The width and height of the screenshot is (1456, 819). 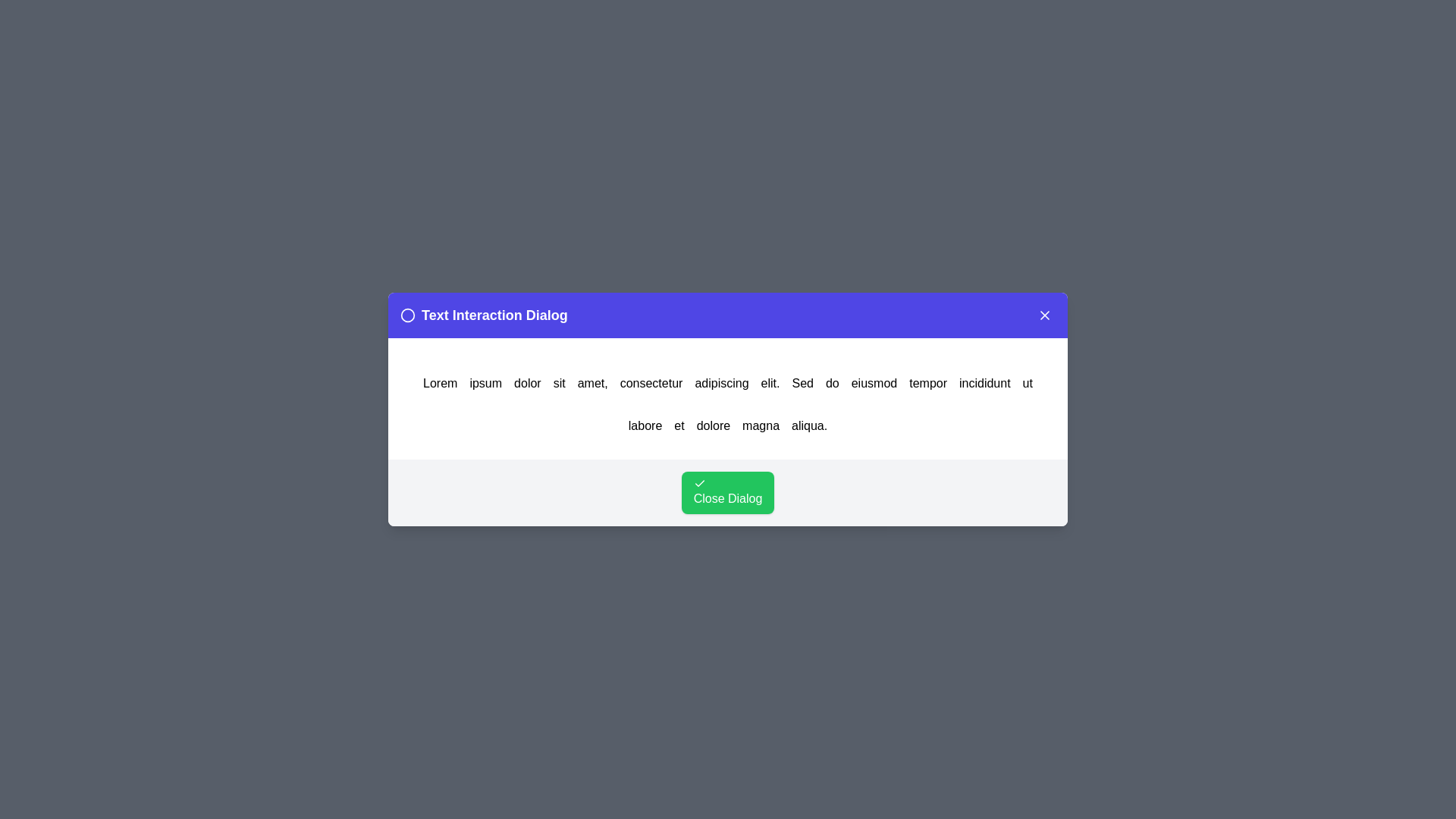 I want to click on the word dolor in the text to trigger an alert displaying the clicked word, so click(x=527, y=382).